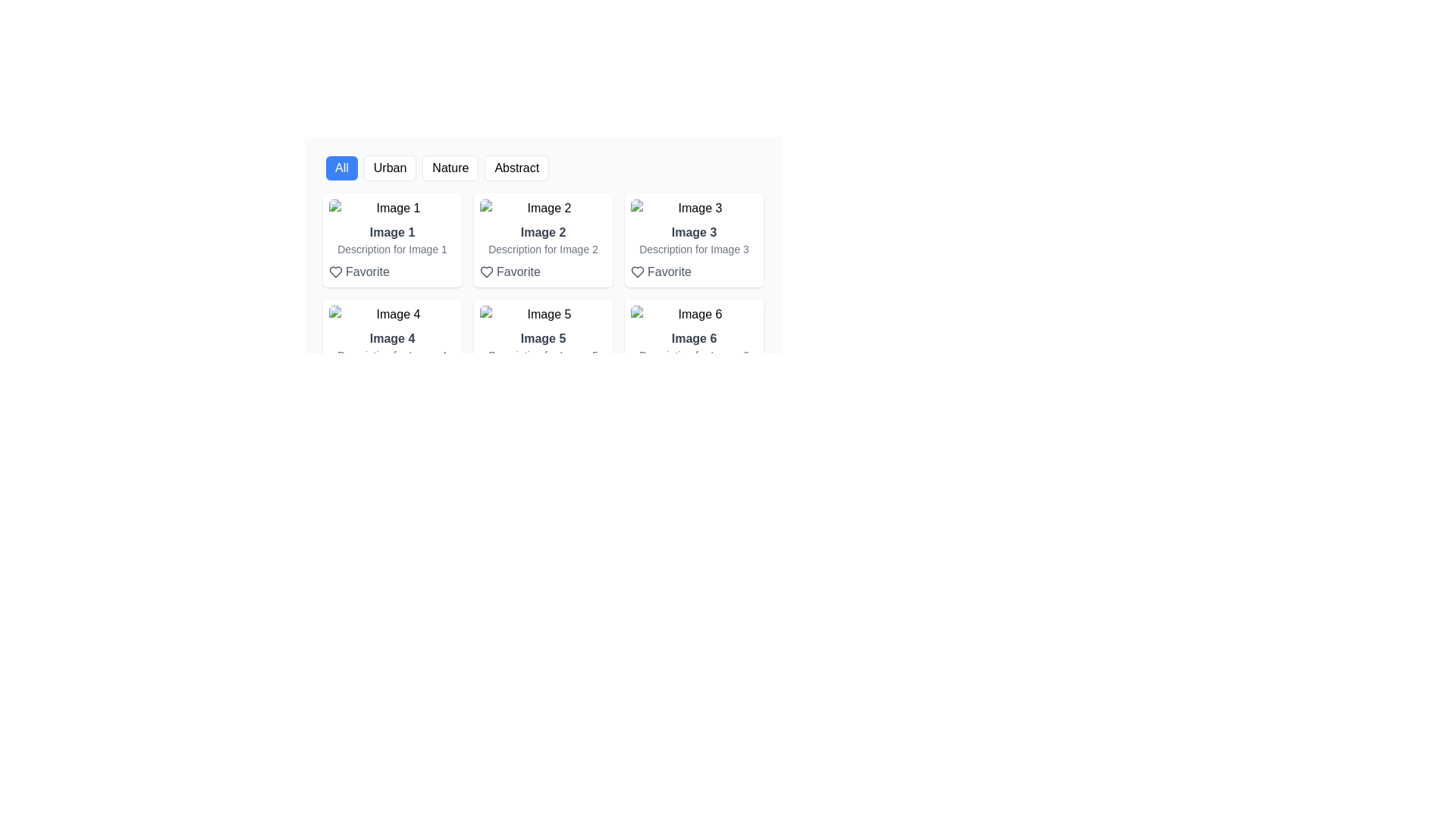 The width and height of the screenshot is (1456, 819). Describe the element at coordinates (487, 377) in the screenshot. I see `the heart-shaped icon located at the bottom-left corner of the card corresponding` at that location.